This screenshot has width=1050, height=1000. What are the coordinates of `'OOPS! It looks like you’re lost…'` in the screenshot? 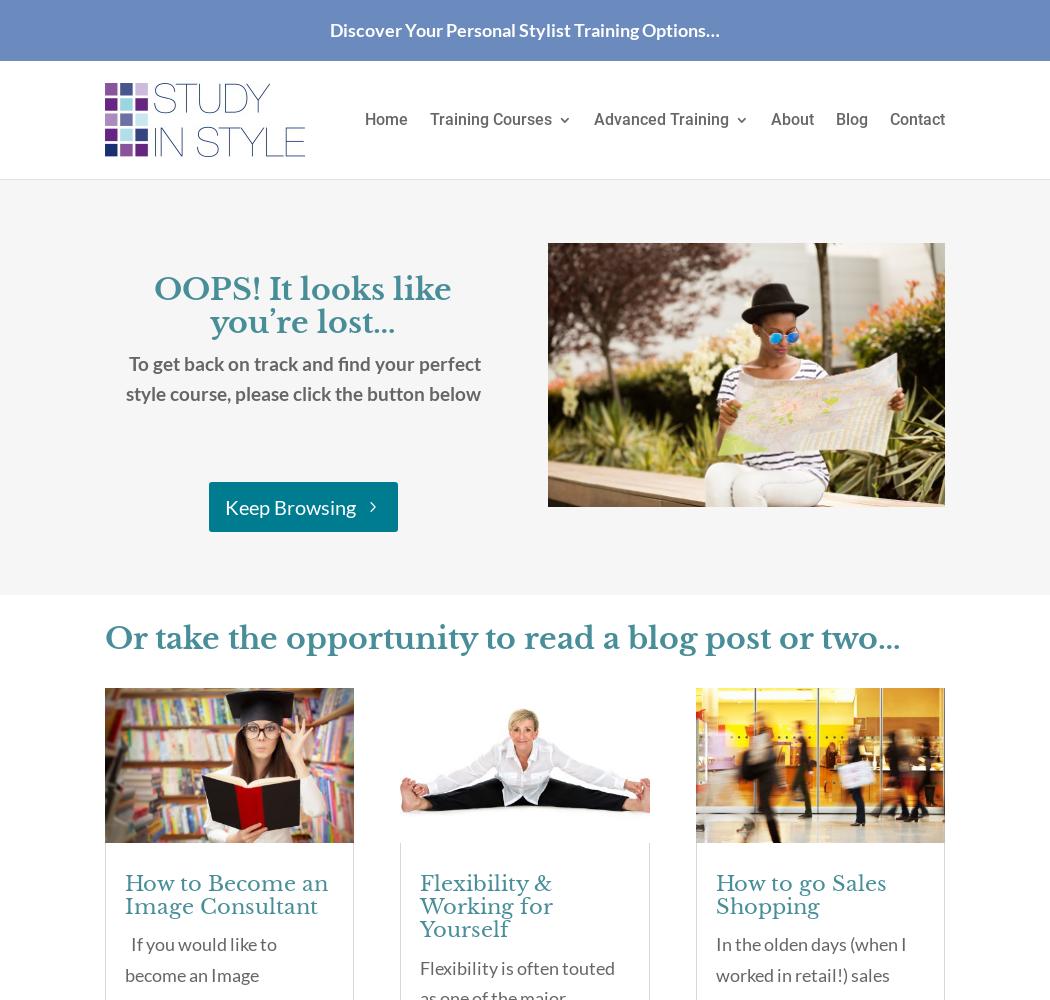 It's located at (303, 305).